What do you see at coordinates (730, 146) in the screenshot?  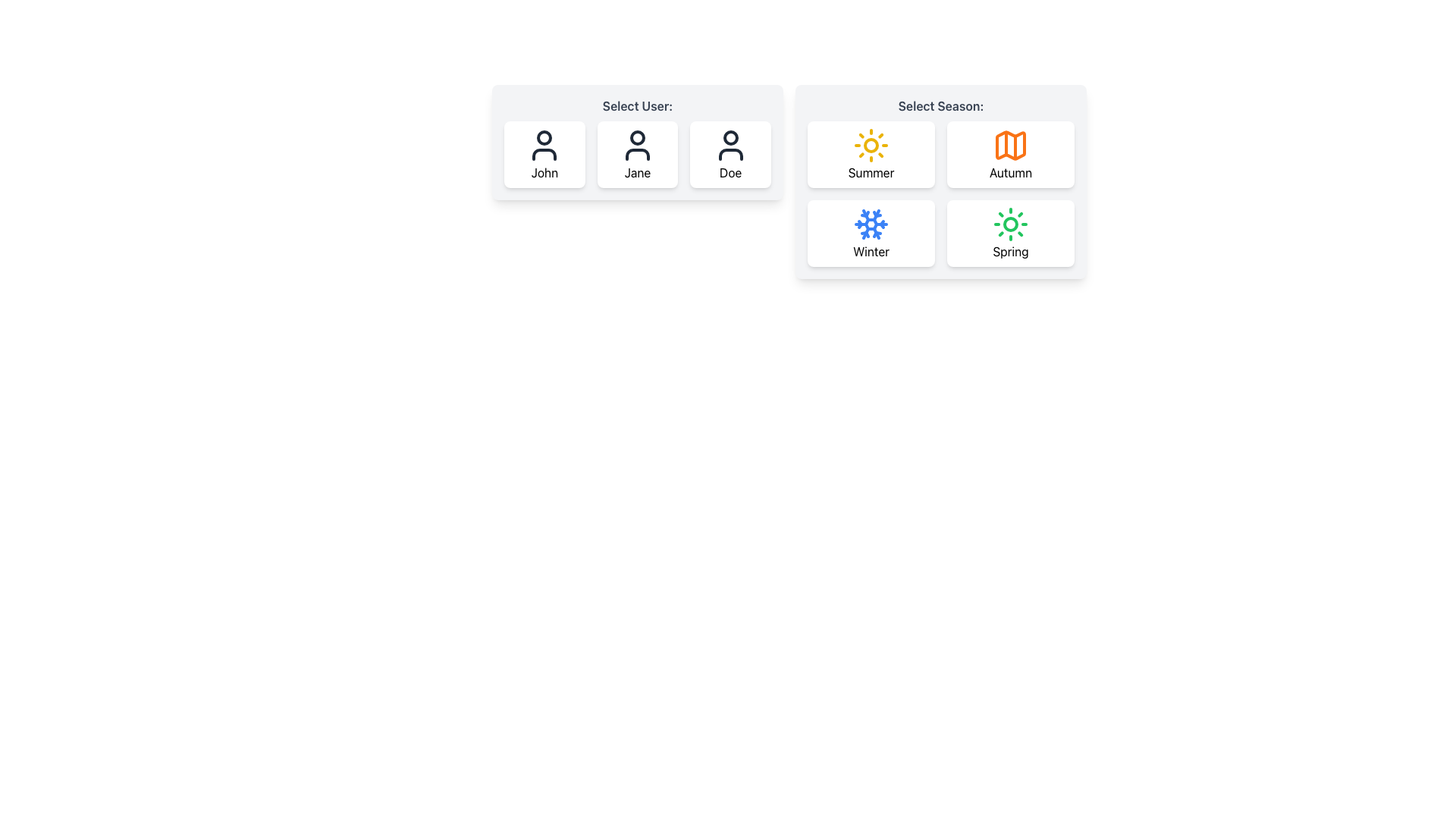 I see `the user selection icon representing user 'Doe' located in the third position of the horizontal list under the 'Select User:' section` at bounding box center [730, 146].